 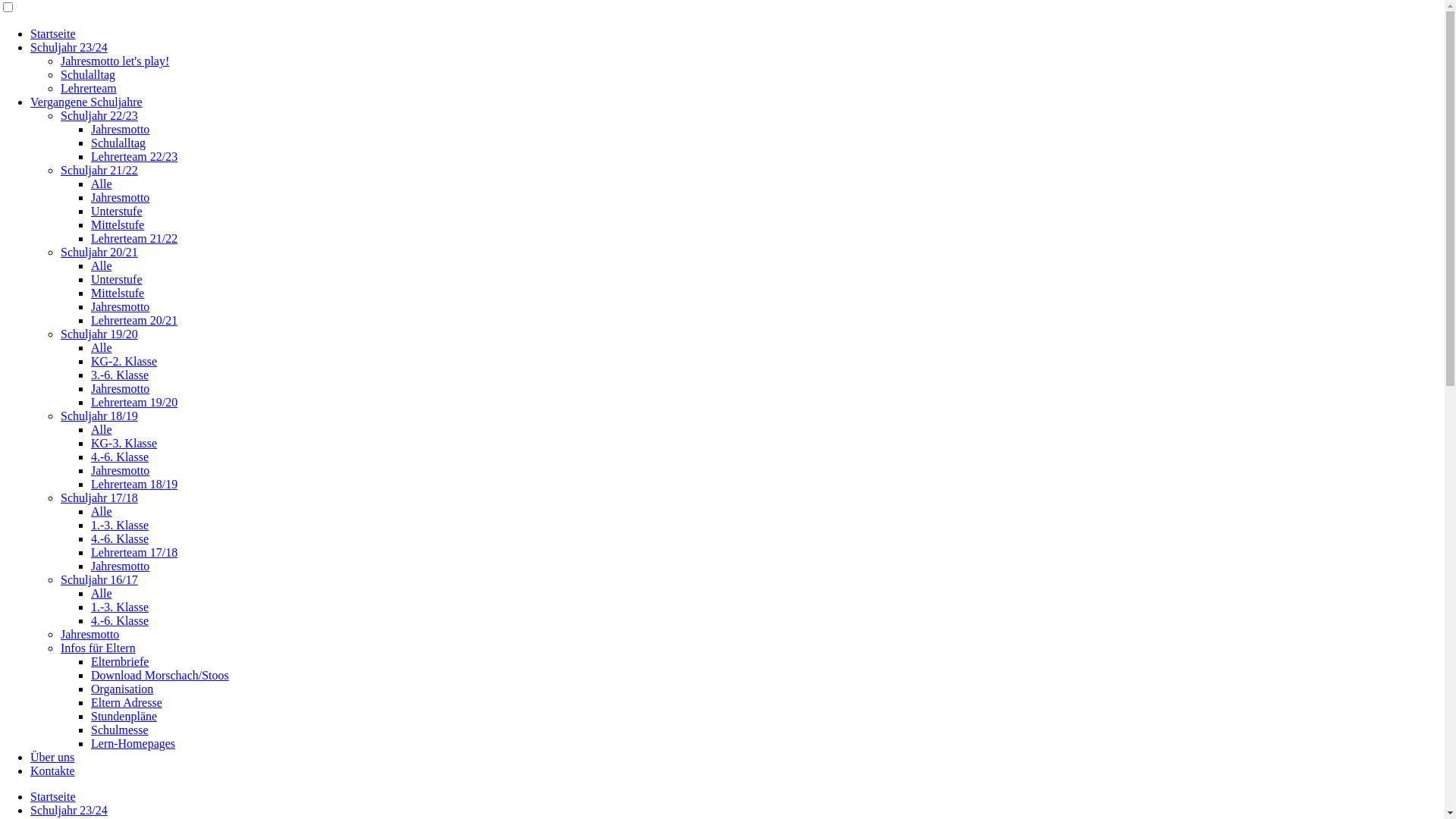 I want to click on 'Lehrerteam 21/22', so click(x=134, y=238).